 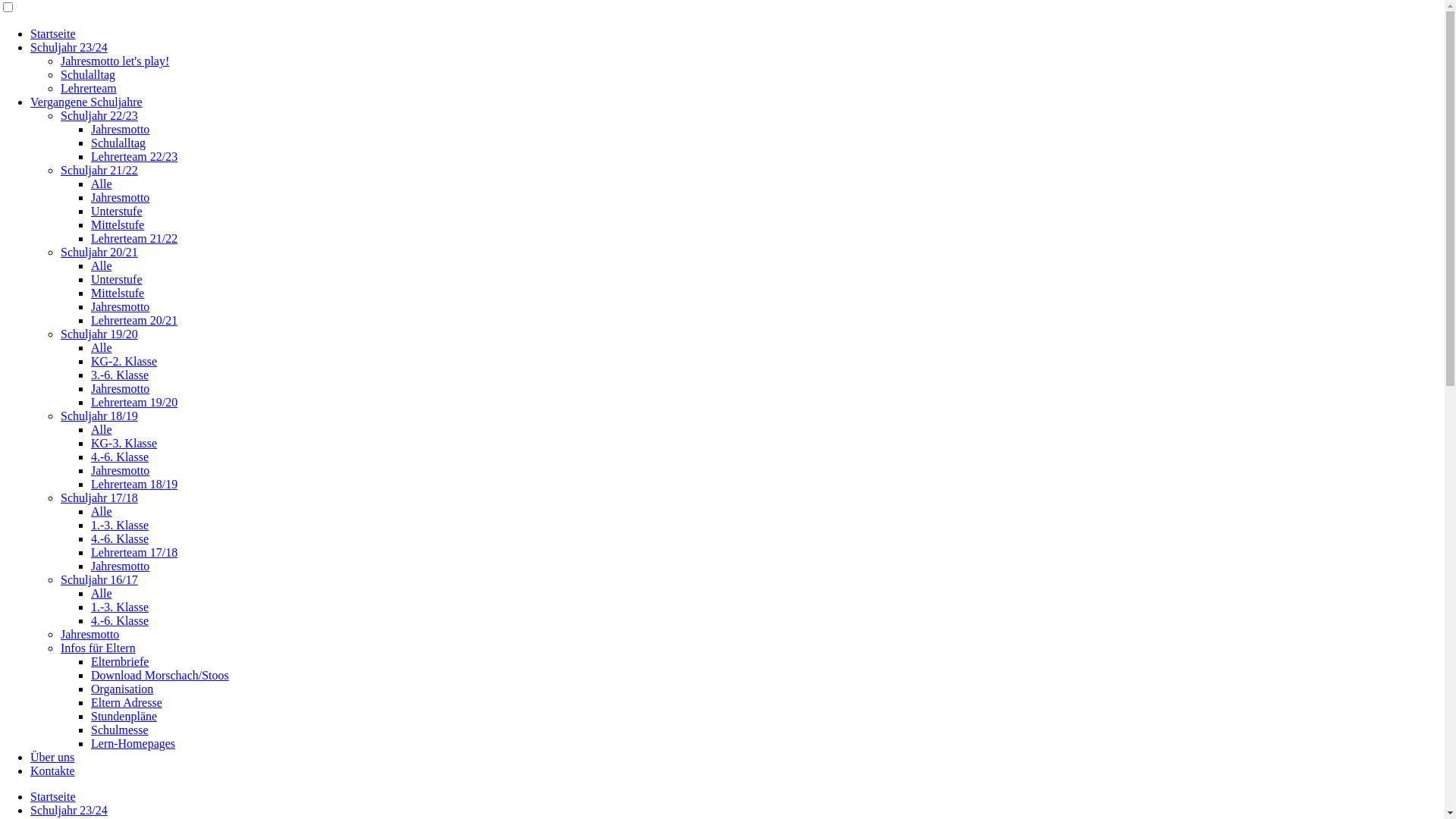 I want to click on 'Lehrerteam 21/22', so click(x=134, y=238).